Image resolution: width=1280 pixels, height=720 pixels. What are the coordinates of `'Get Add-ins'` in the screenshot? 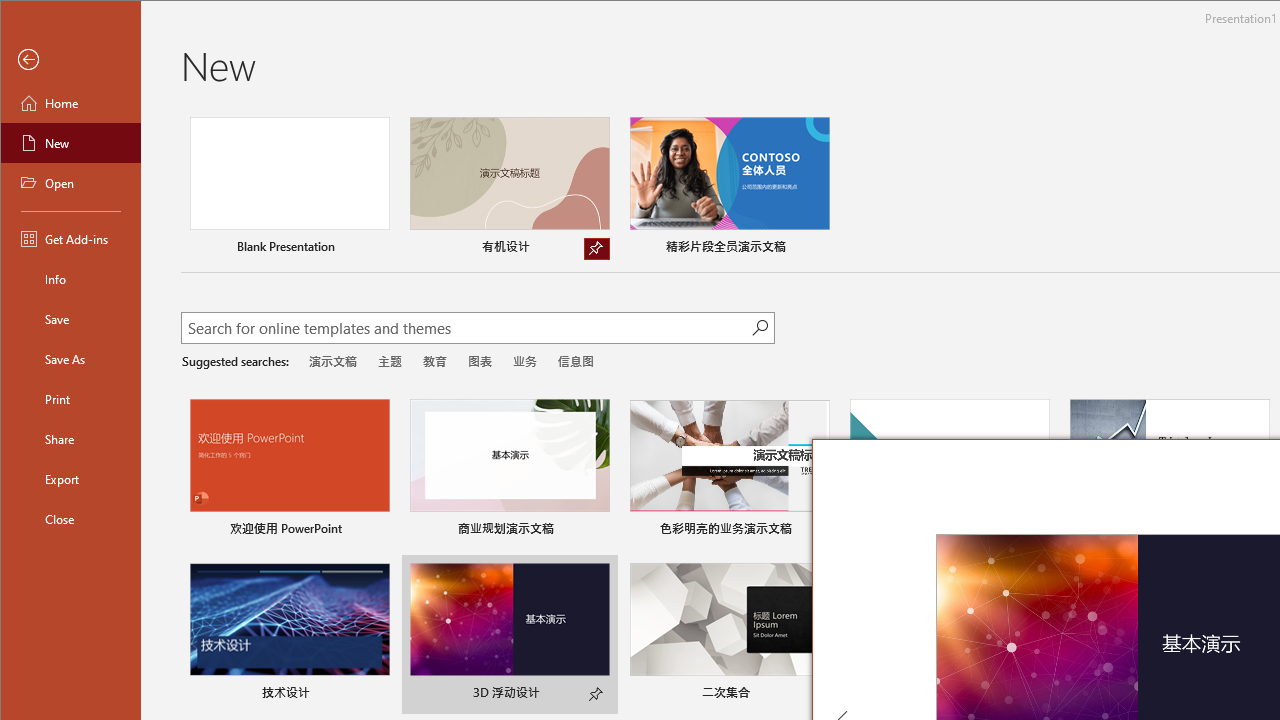 It's located at (71, 238).